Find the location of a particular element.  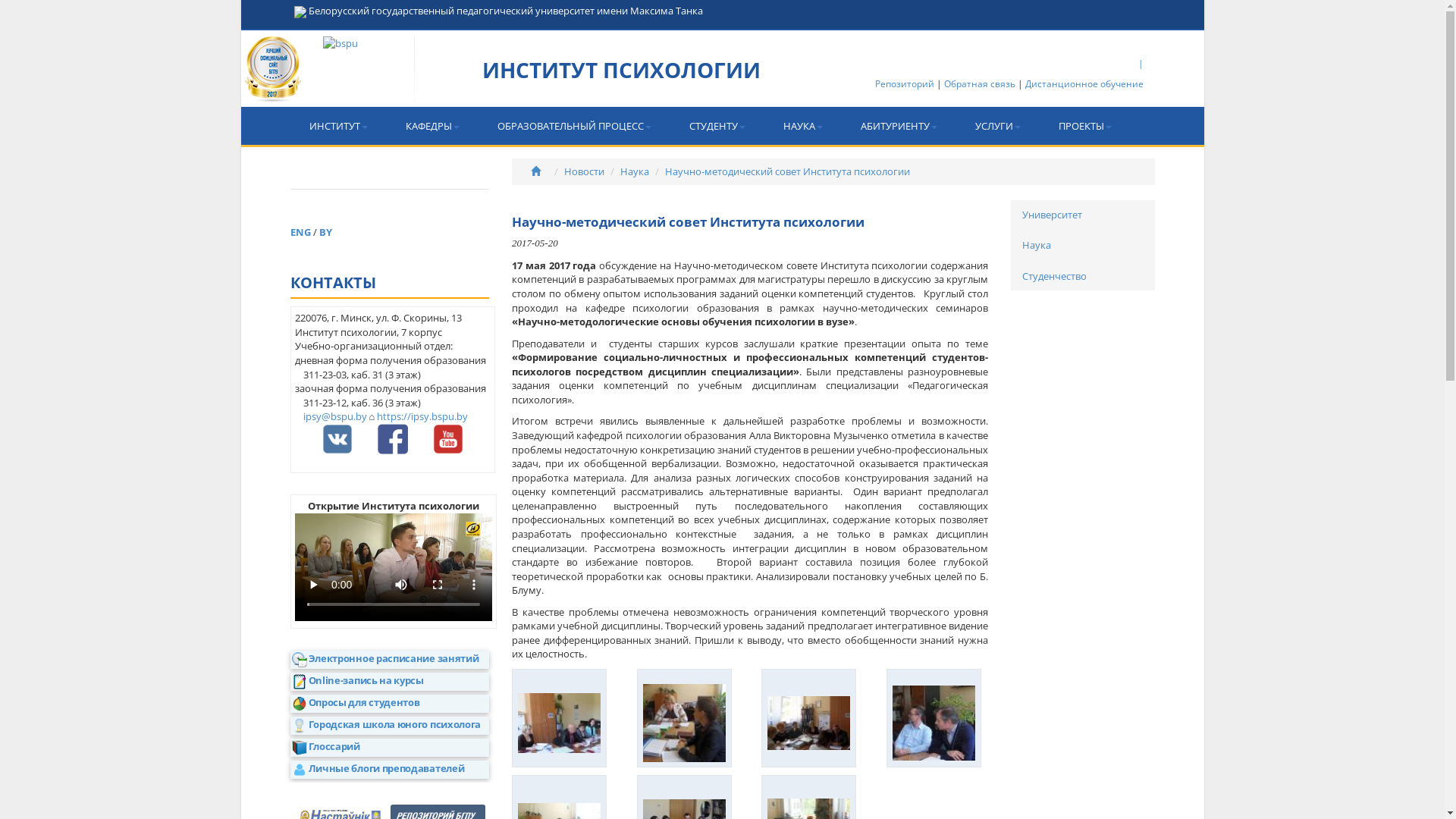

'https://ipsy.bspu.by' is located at coordinates (422, 416).